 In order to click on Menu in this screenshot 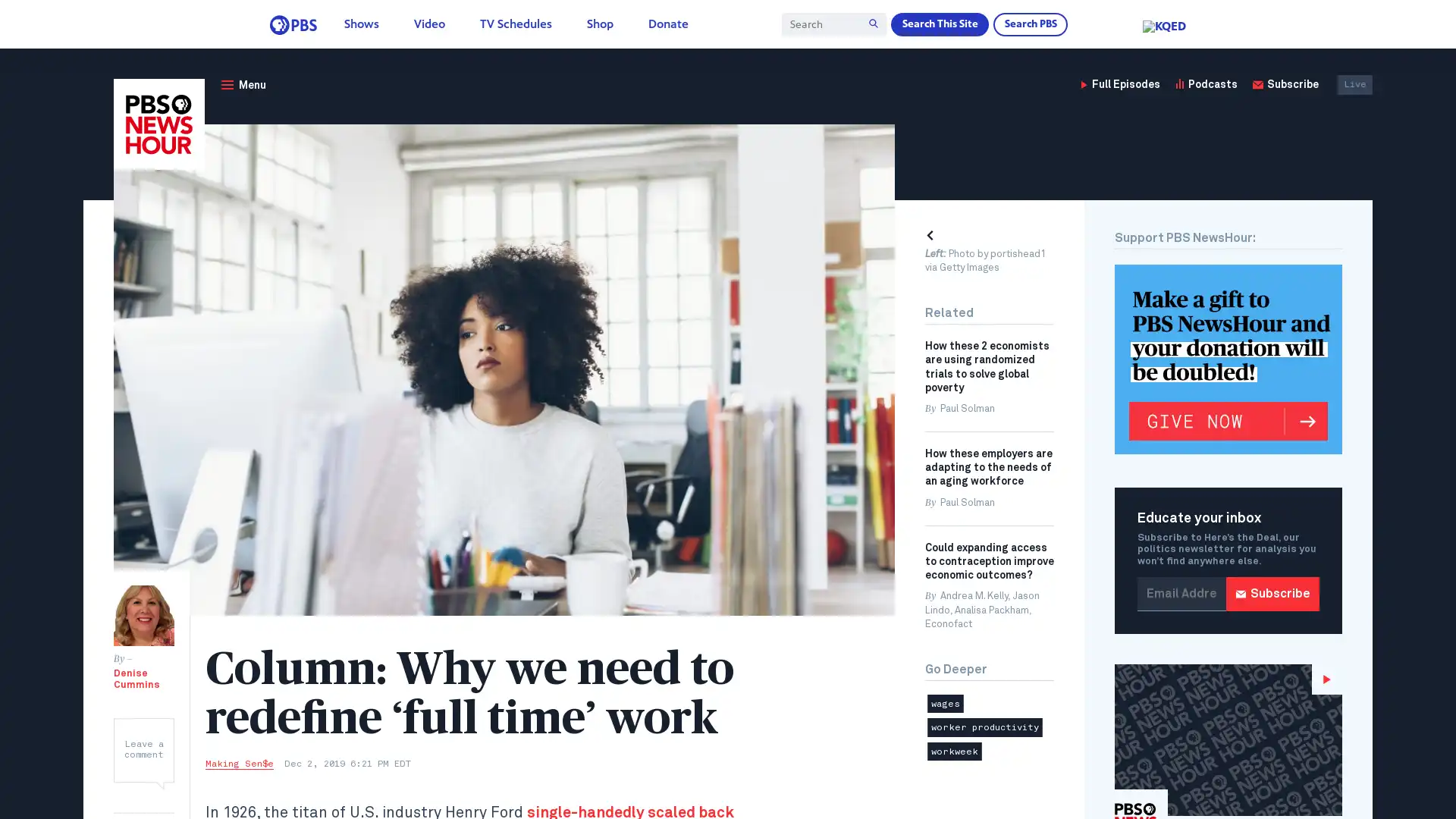, I will do `click(243, 84)`.